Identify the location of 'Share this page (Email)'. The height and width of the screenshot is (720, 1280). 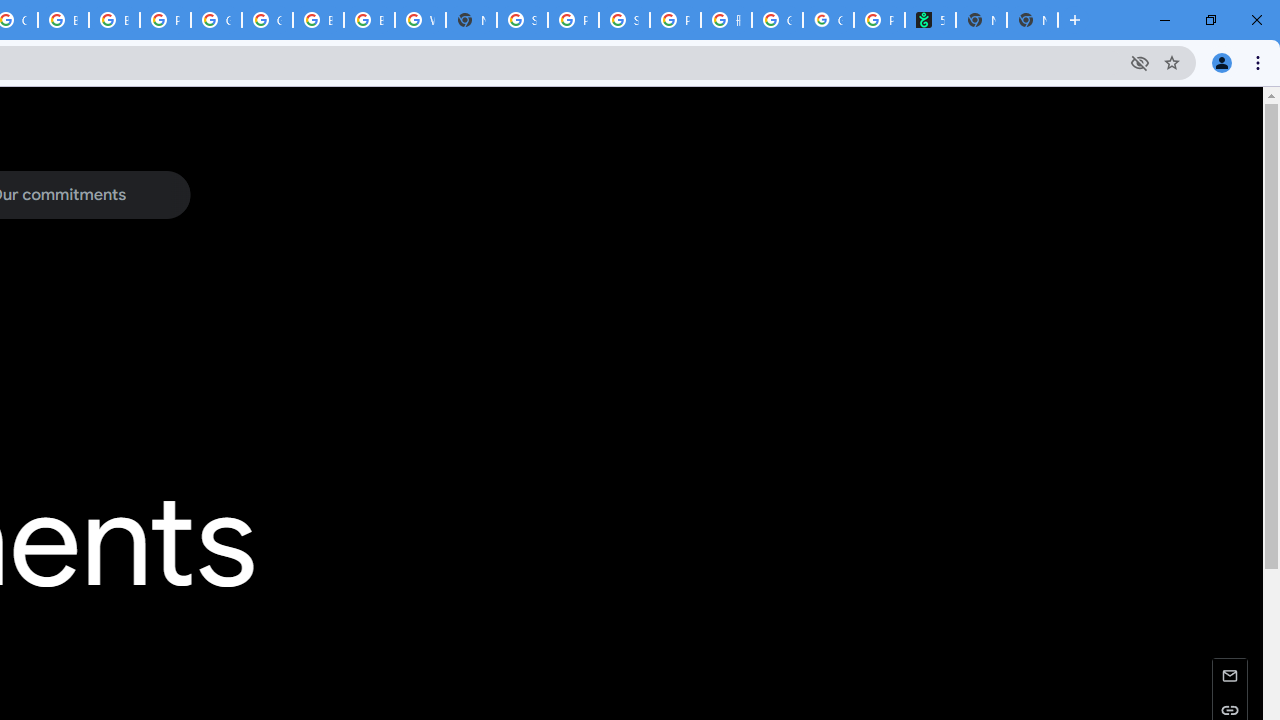
(1229, 675).